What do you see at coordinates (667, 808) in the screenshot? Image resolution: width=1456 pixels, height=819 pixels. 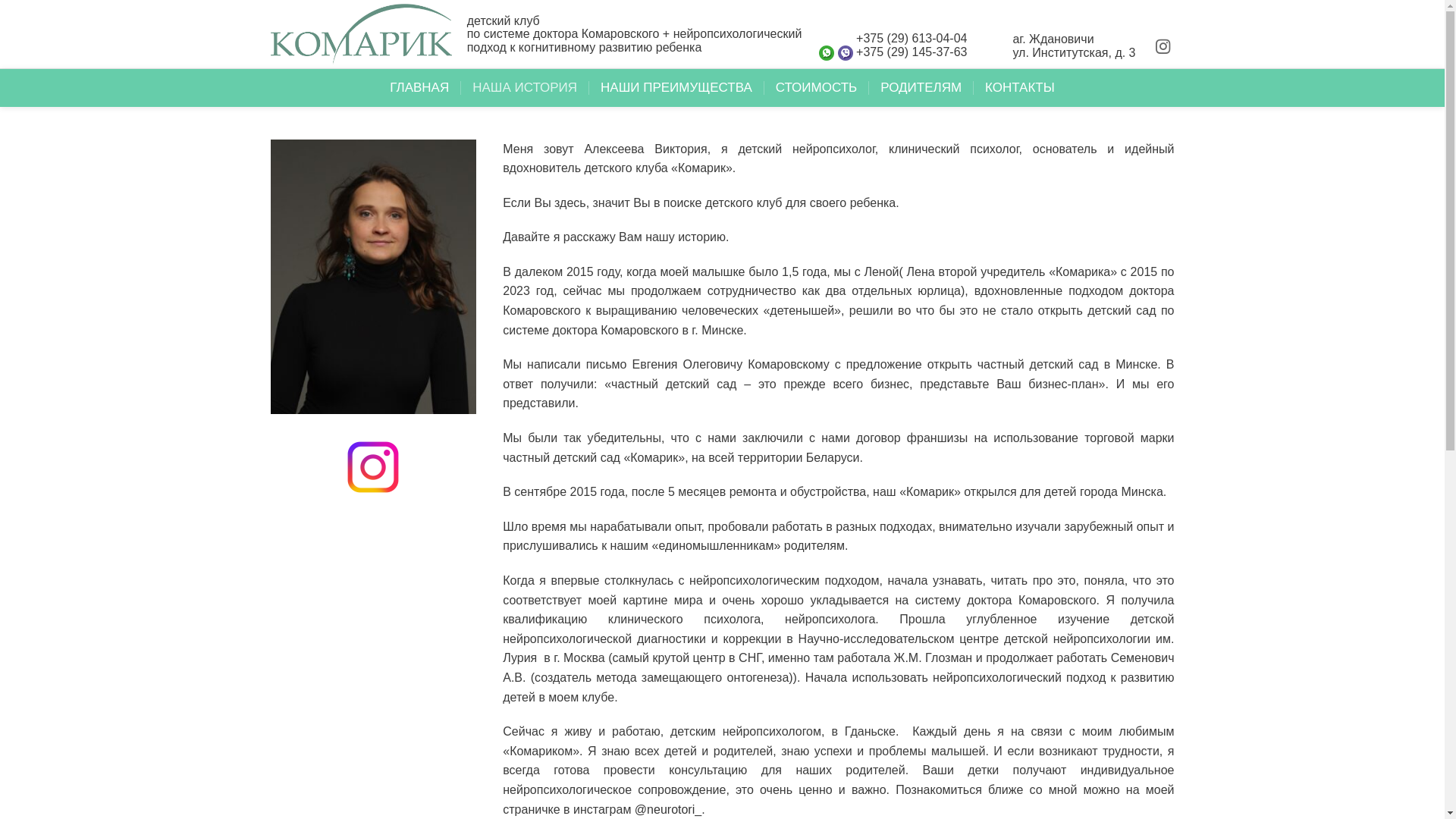 I see `'@neurotori_'` at bounding box center [667, 808].